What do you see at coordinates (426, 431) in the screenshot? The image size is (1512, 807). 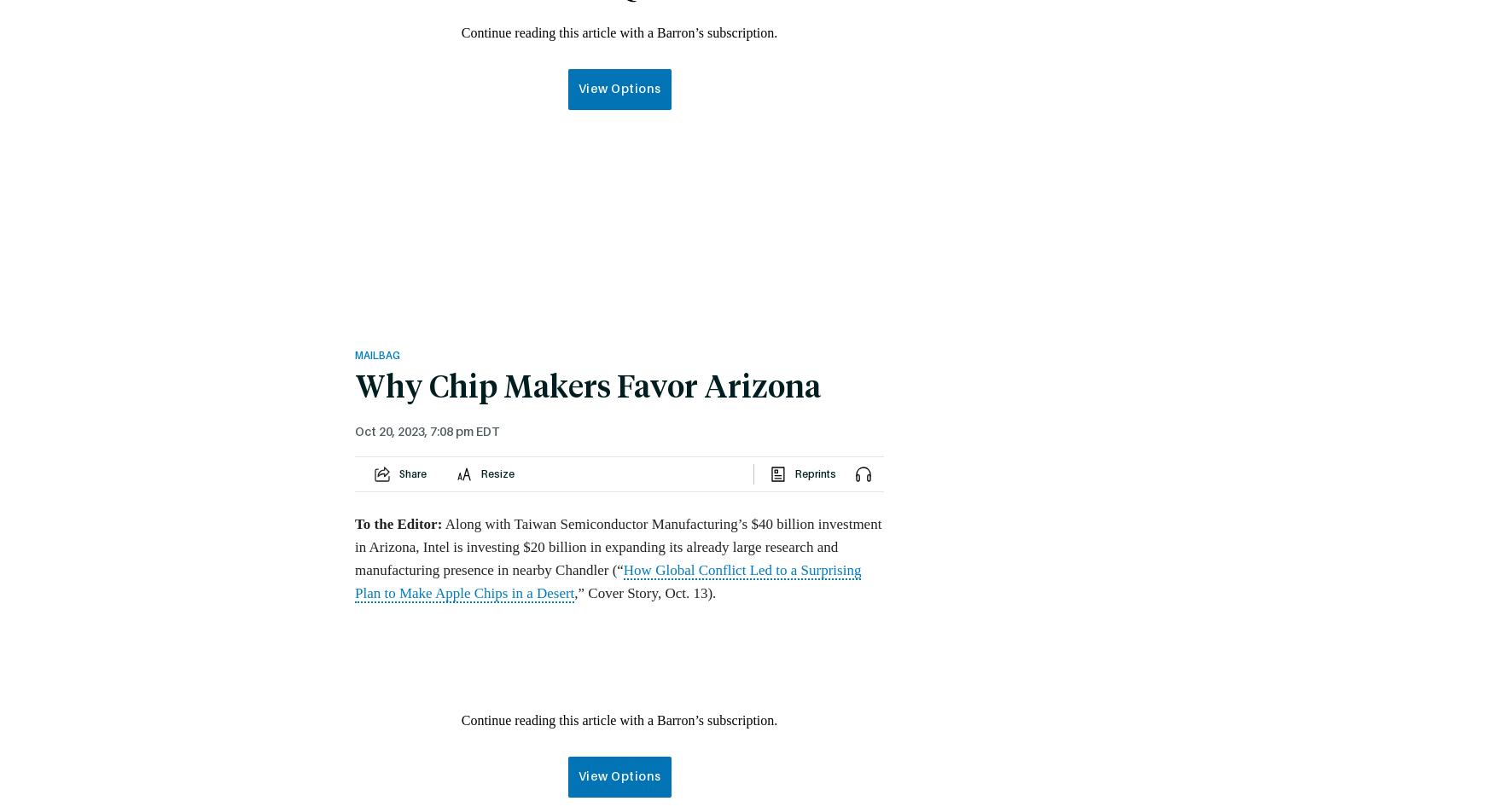 I see `'Oct 20, 2023, 7:08 pm EDT'` at bounding box center [426, 431].